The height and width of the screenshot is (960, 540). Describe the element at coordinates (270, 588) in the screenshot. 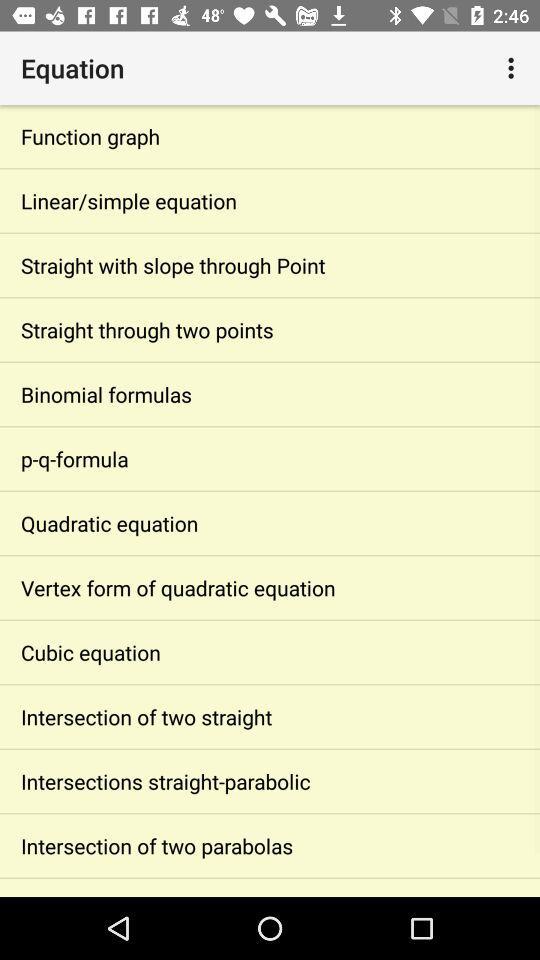

I see `the vertex form of item` at that location.